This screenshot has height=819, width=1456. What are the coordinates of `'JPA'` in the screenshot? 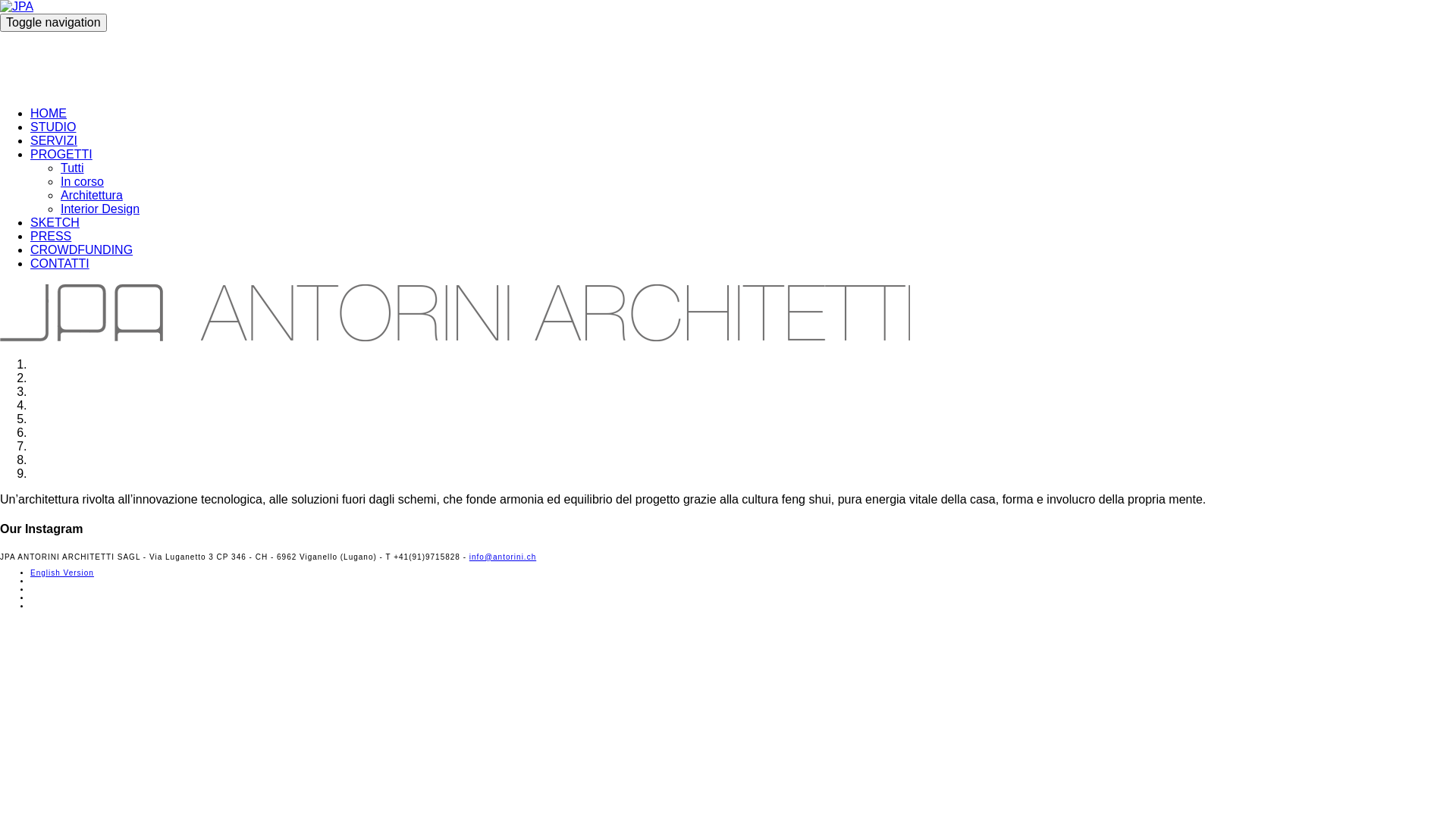 It's located at (454, 312).